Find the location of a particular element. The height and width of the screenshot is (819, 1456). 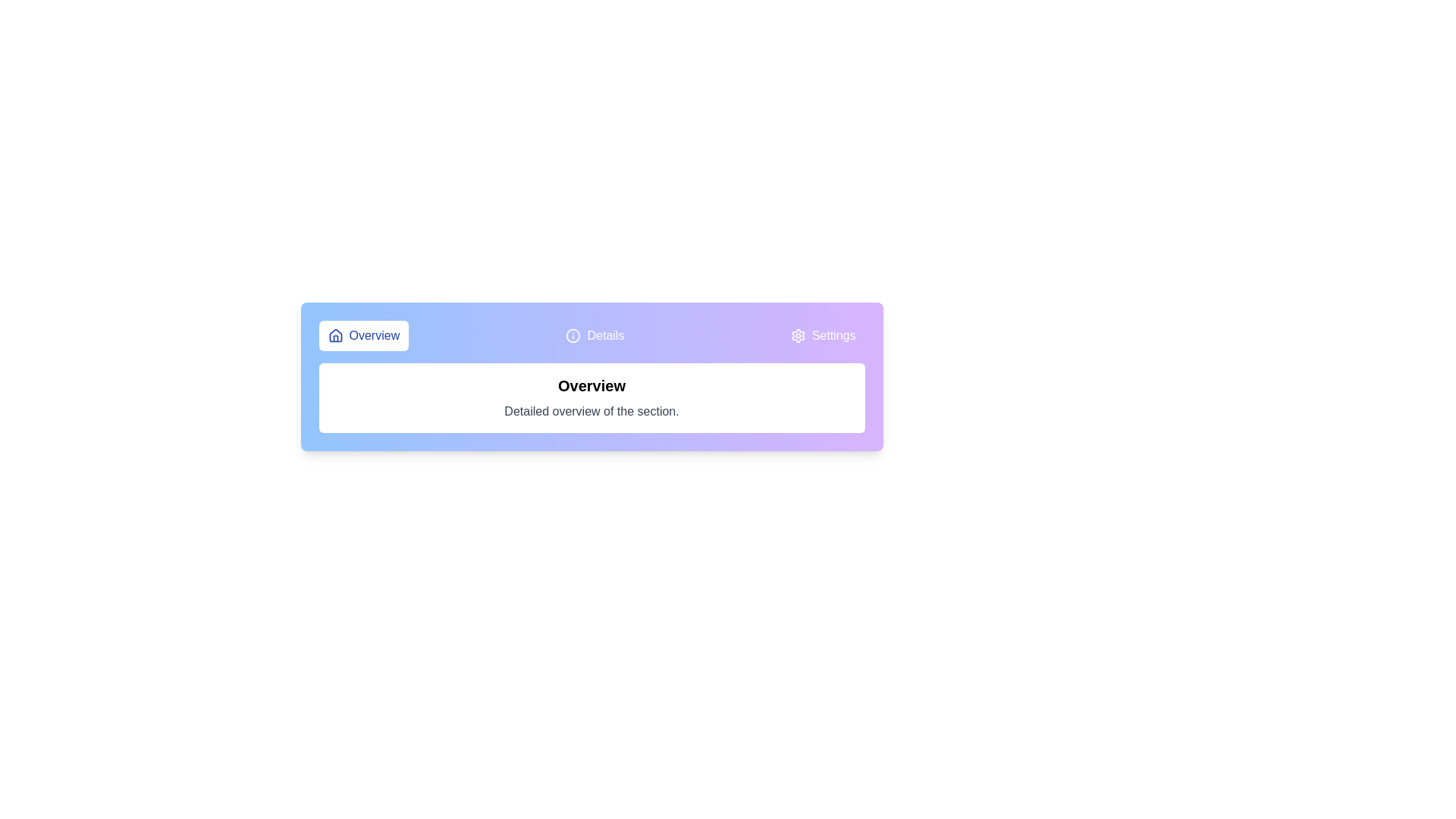

the house-like icon representing navigation within the blue-background area labeled 'Overview' if it is interactive is located at coordinates (334, 334).